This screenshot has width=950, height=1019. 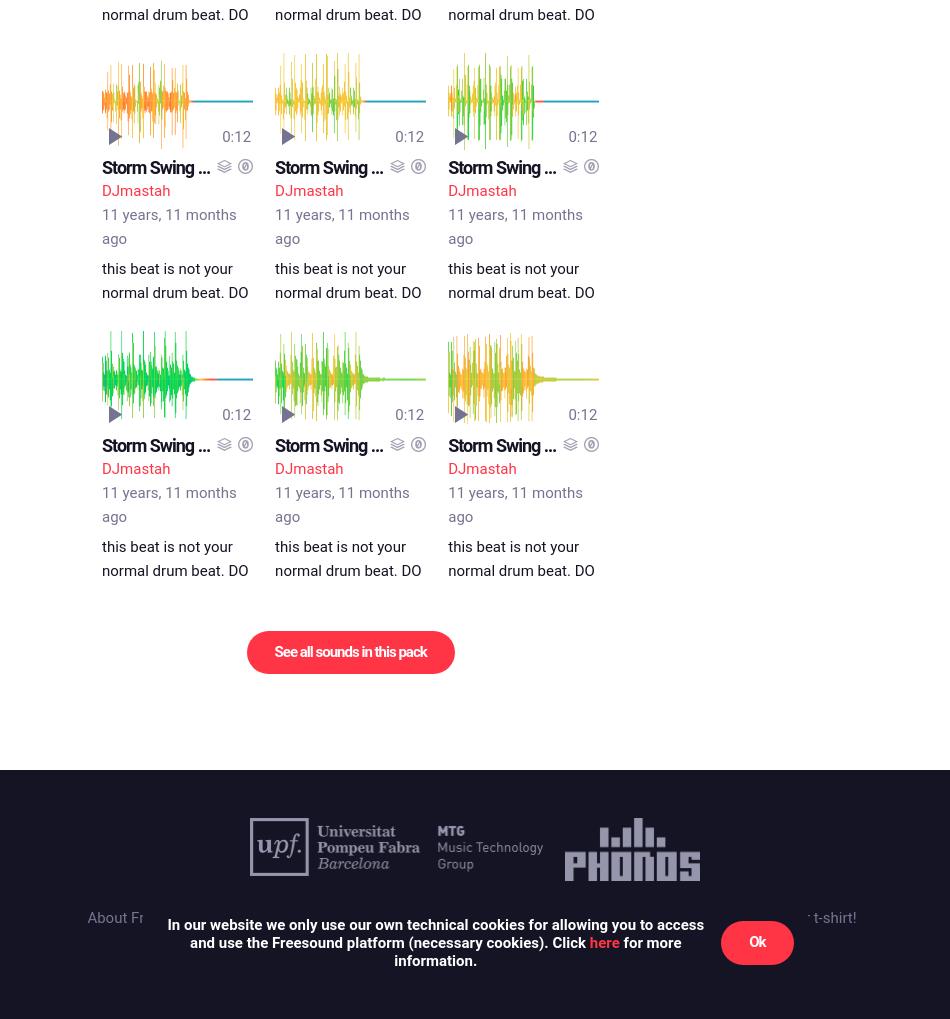 What do you see at coordinates (519, 442) in the screenshot?
I see `'Storm Swing C.mp3'` at bounding box center [519, 442].